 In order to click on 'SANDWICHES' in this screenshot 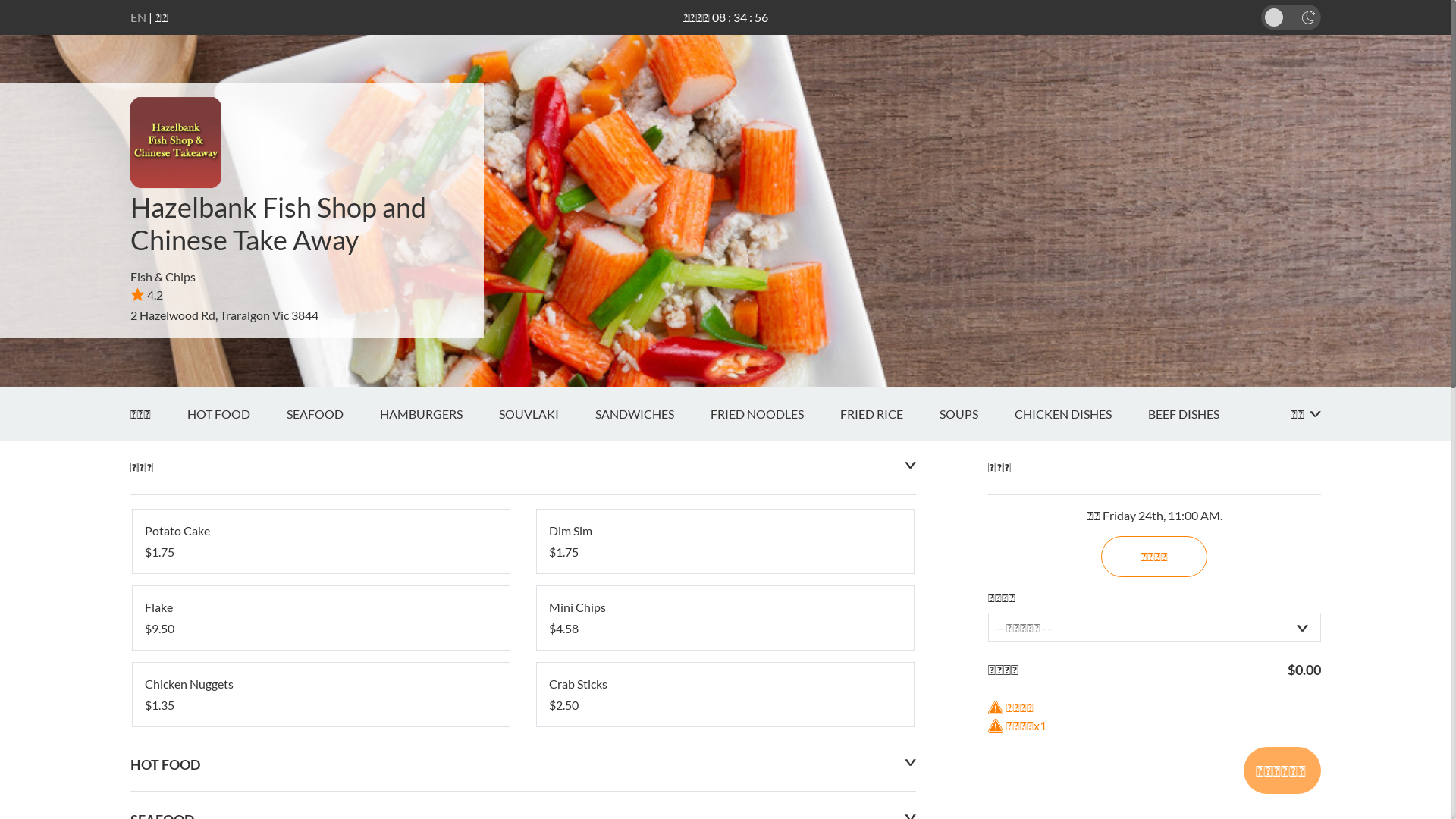, I will do `click(651, 414)`.